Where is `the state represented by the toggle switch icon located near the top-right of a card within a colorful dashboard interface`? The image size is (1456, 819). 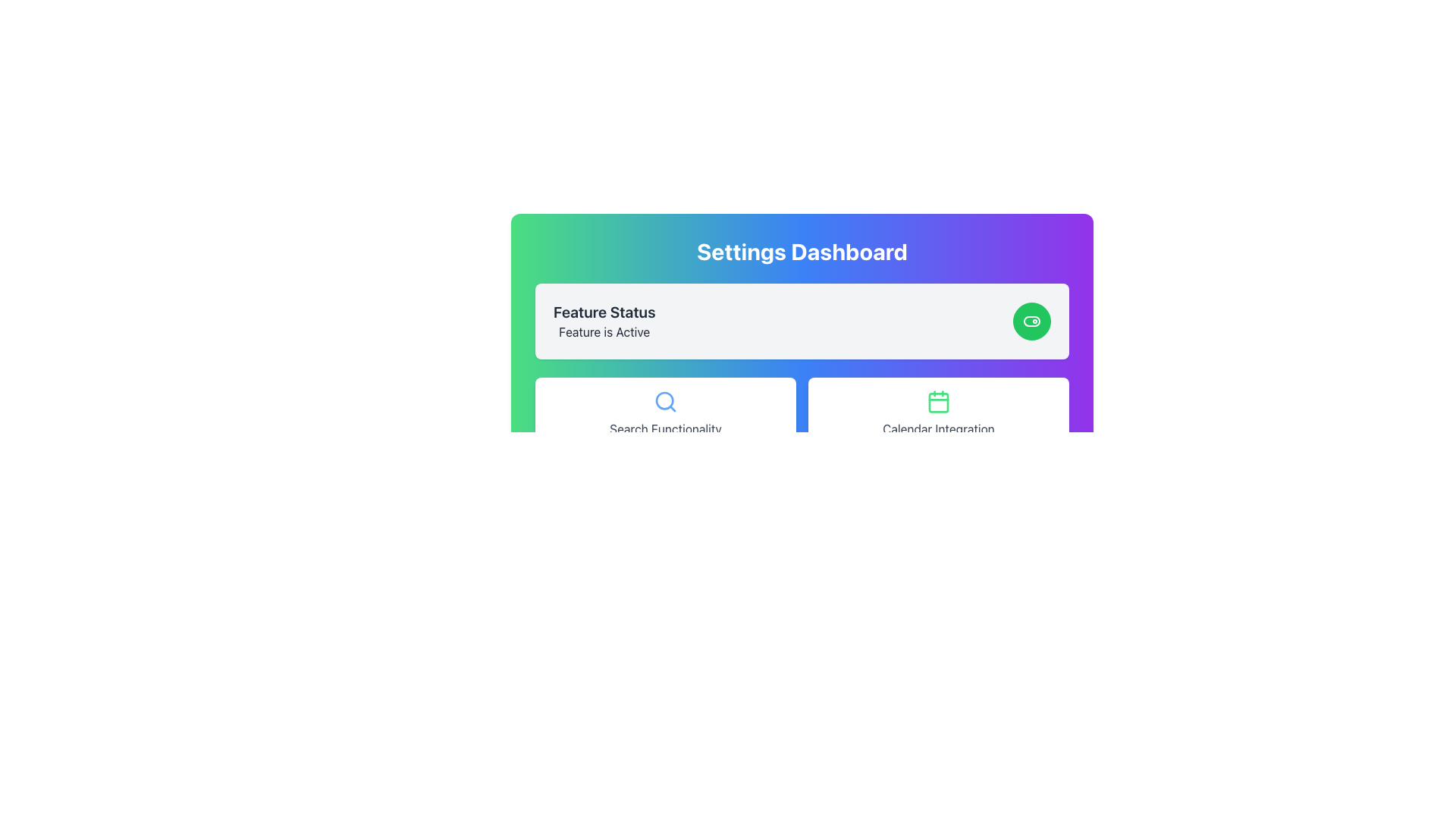
the state represented by the toggle switch icon located near the top-right of a card within a colorful dashboard interface is located at coordinates (1031, 321).